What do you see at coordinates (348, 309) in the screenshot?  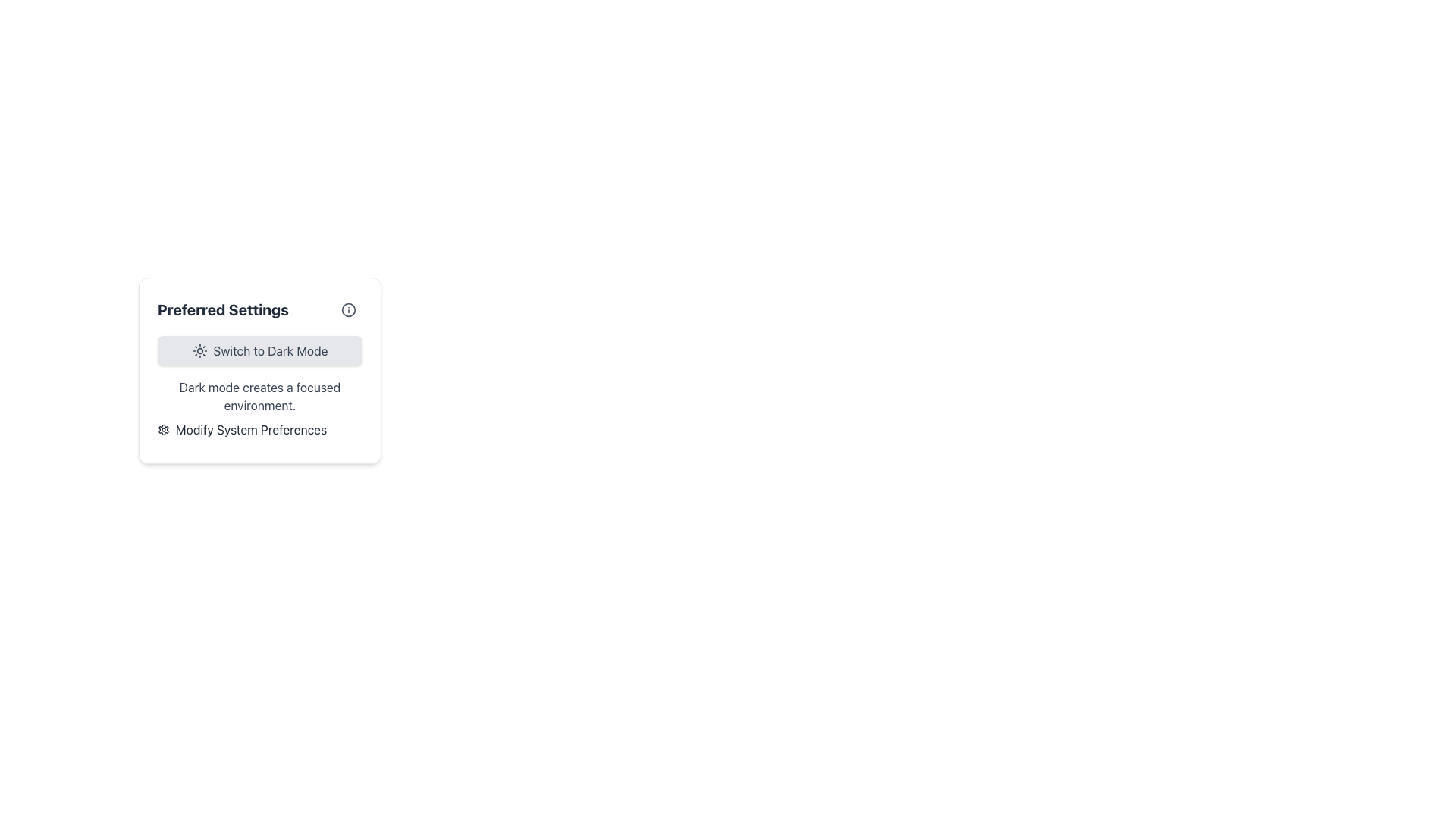 I see `the enclosing icon that contains the circular shape representing an informational graphic located at the top-right corner of the 'Preferred Settings' box` at bounding box center [348, 309].